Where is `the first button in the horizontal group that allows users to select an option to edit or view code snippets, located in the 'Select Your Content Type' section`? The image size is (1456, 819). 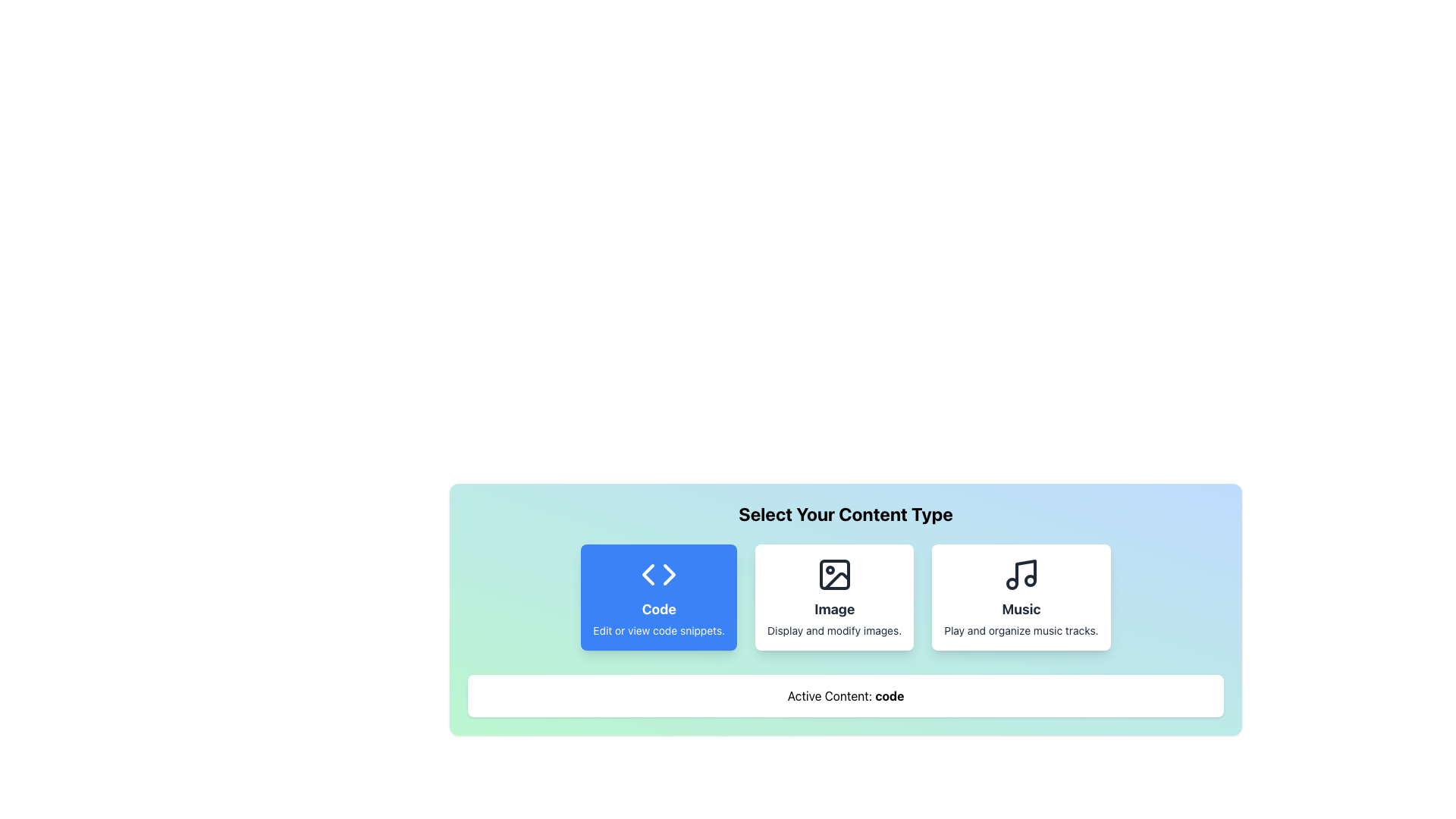 the first button in the horizontal group that allows users to select an option to edit or view code snippets, located in the 'Select Your Content Type' section is located at coordinates (659, 596).